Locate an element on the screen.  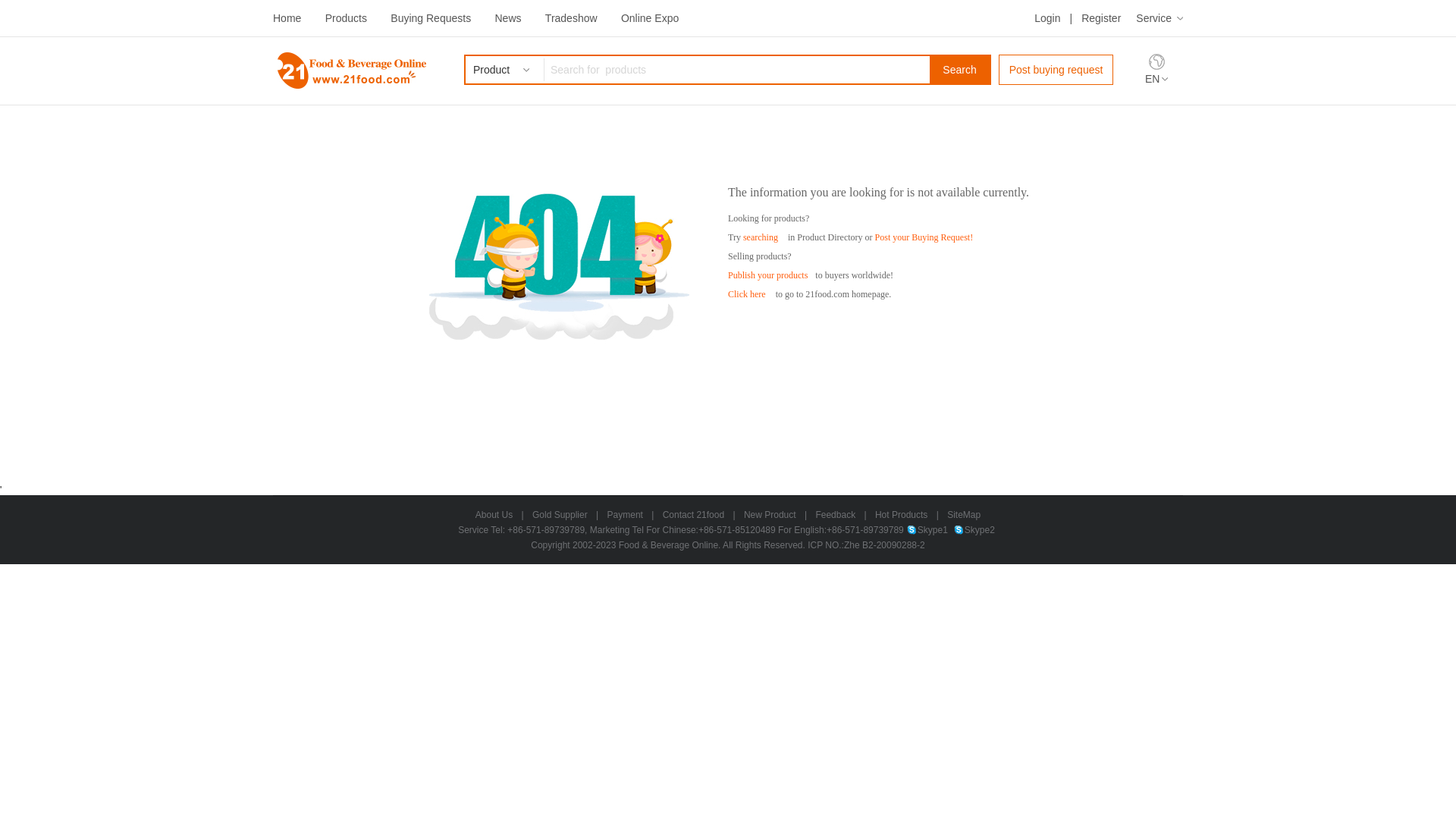
'Products' is located at coordinates (345, 17).